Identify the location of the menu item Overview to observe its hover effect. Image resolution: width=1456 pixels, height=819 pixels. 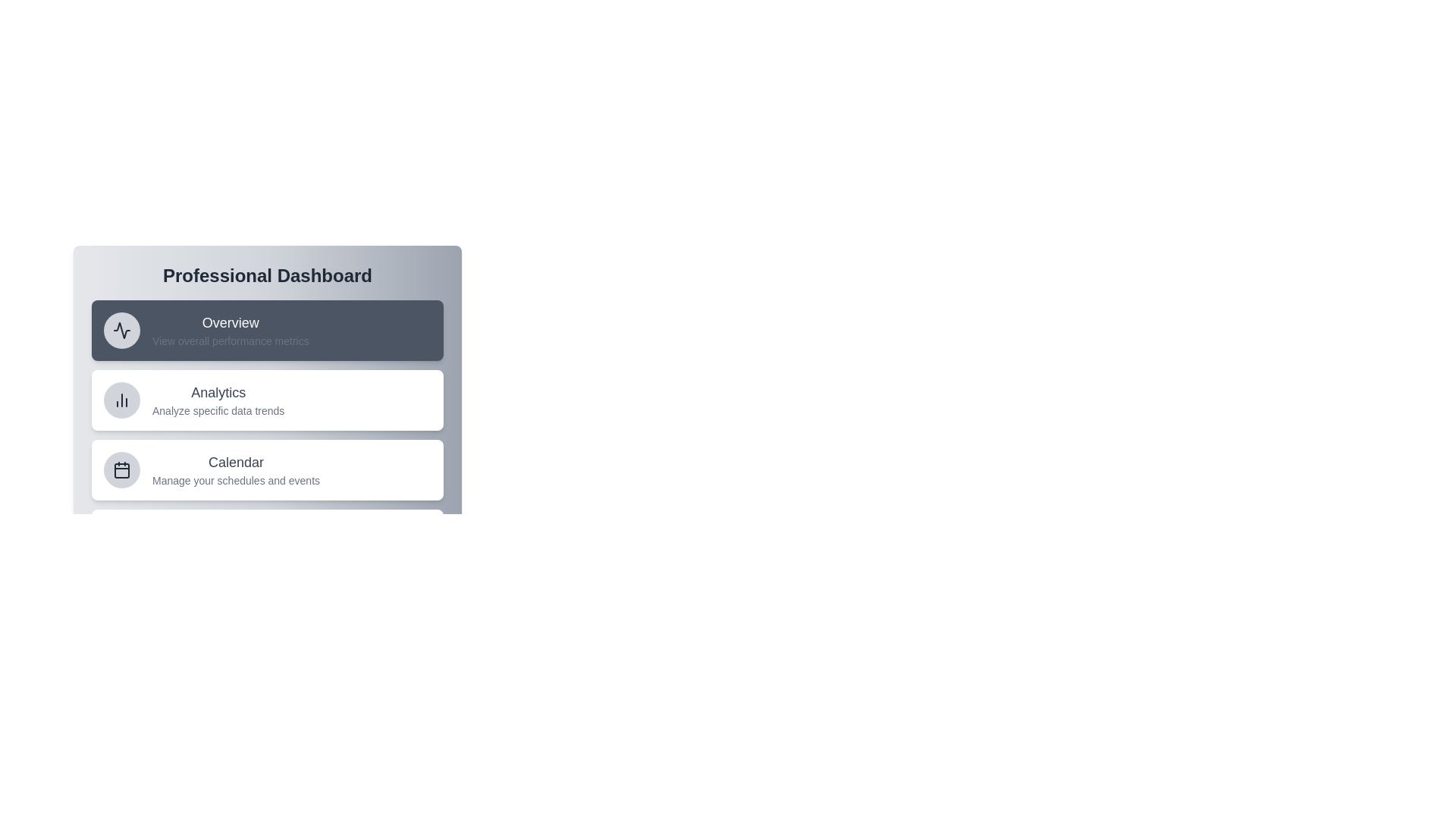
(268, 329).